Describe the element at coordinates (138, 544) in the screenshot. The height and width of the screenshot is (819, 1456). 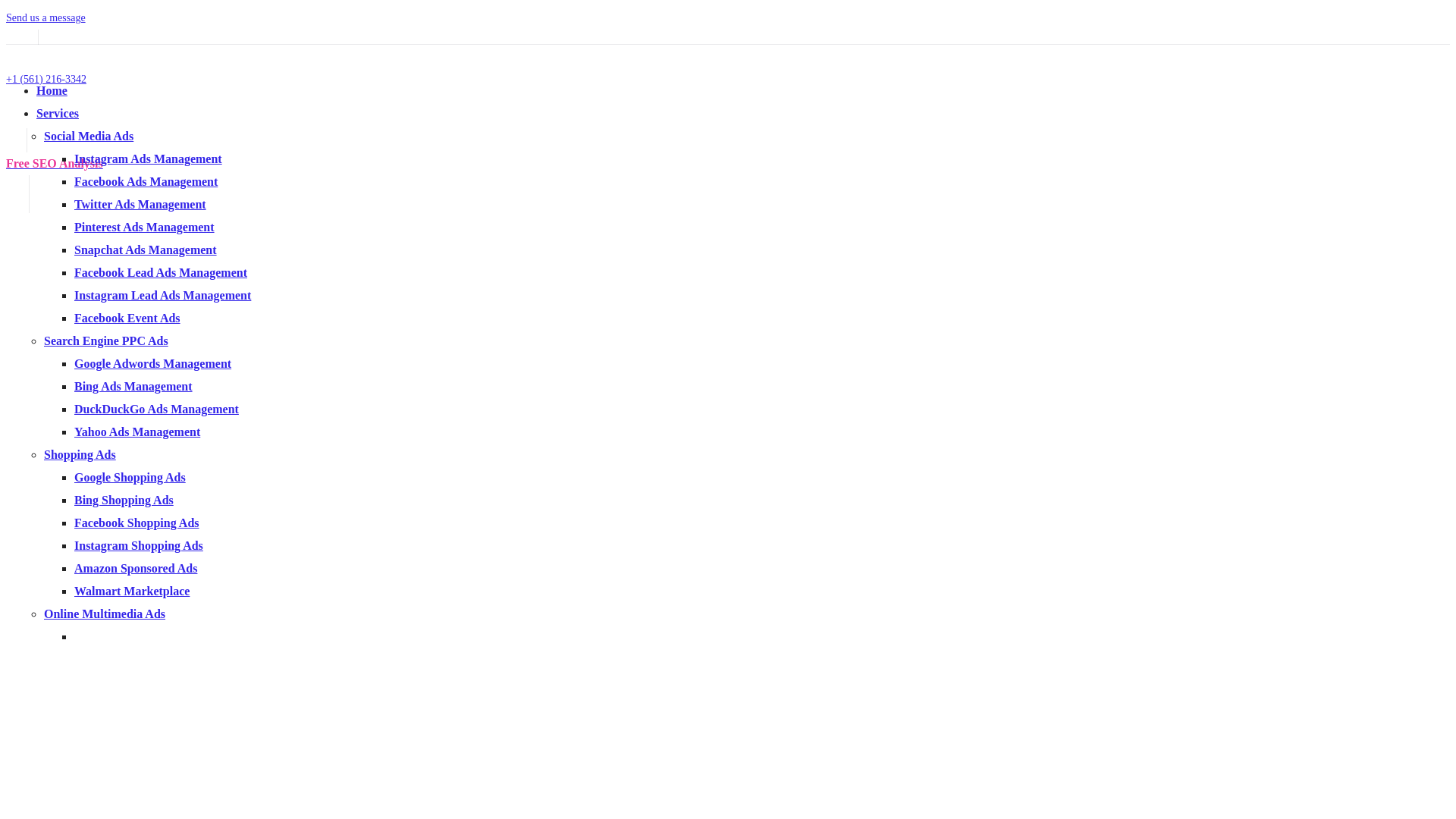
I see `'Instagram Shopping Ads'` at that location.